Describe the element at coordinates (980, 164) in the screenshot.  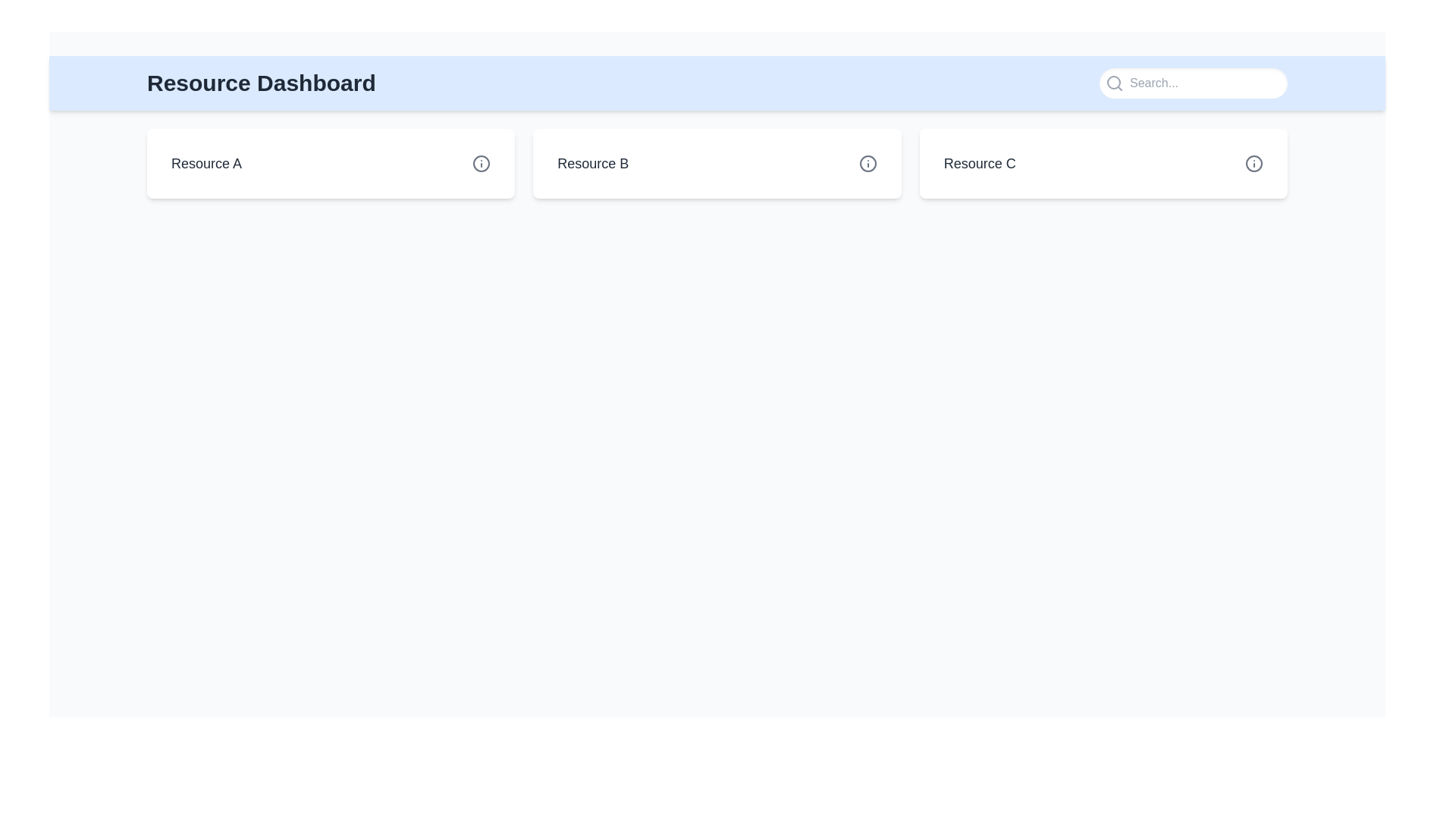
I see `text content of the text label that displays 'Resource C', styled with a medium-sized, dark gray font on a white background, located near the top-right corner of the interface` at that location.